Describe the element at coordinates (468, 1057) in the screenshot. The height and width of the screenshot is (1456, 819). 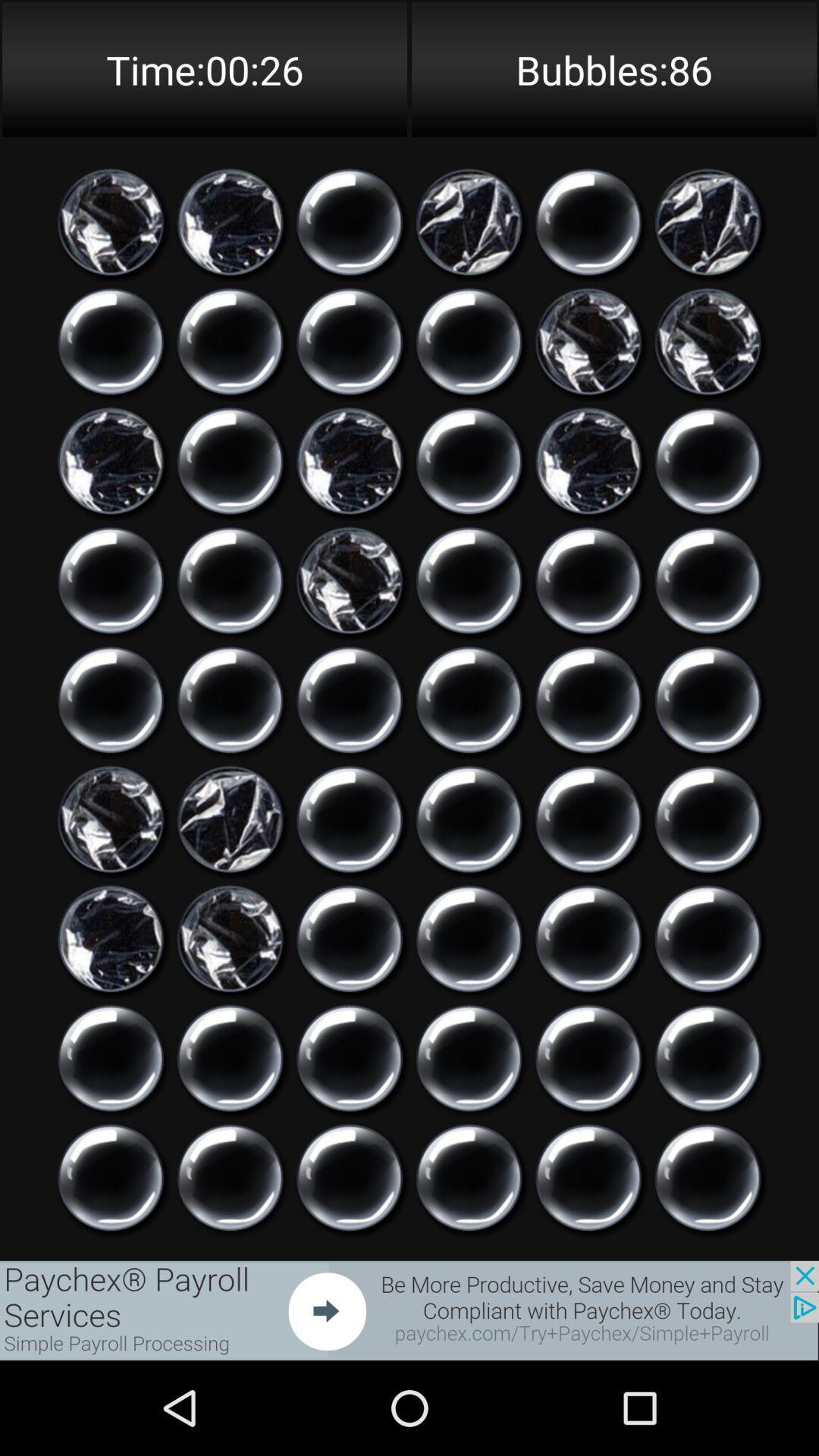
I see `click on icon` at that location.